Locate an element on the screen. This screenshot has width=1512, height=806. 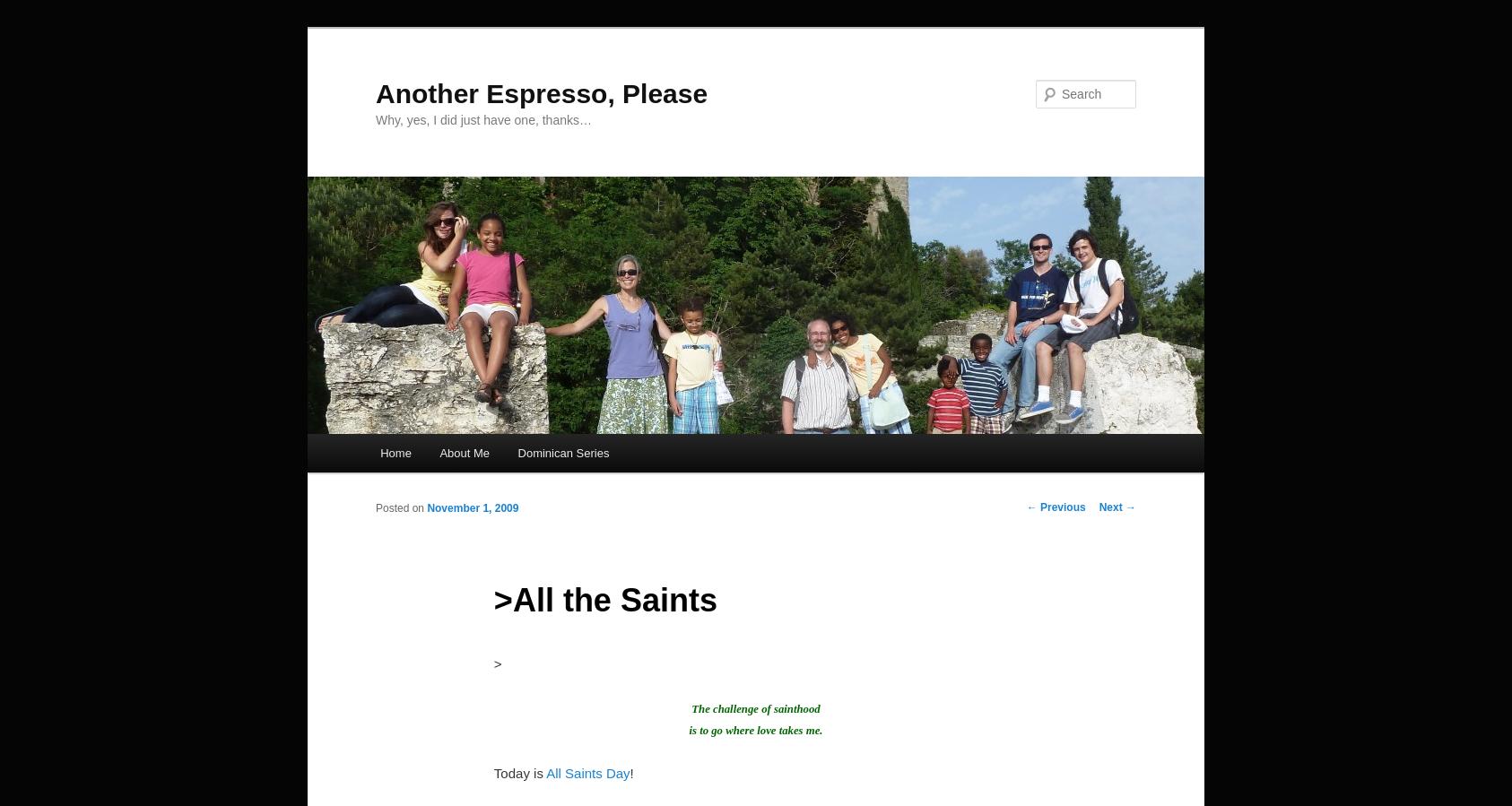
'All Saints Day' is located at coordinates (587, 773).